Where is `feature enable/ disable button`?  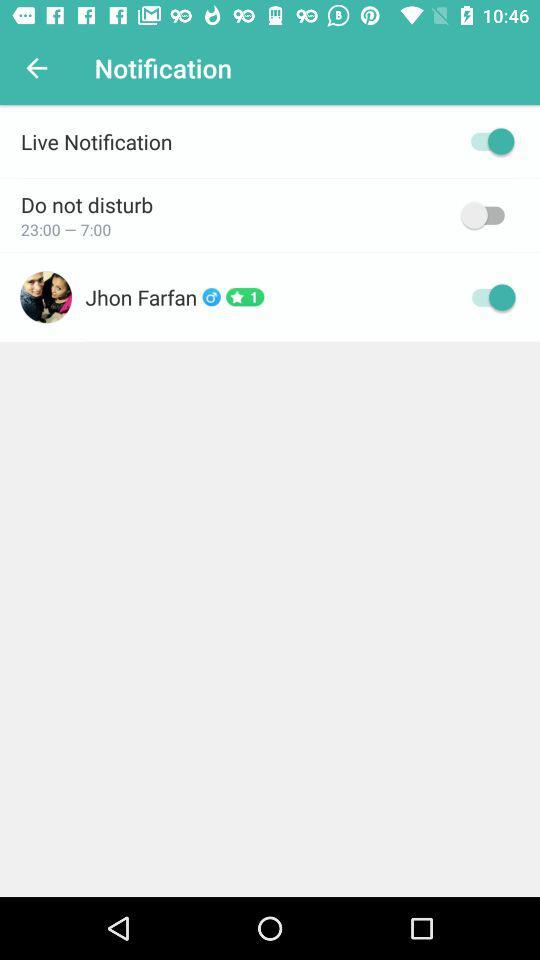
feature enable/ disable button is located at coordinates (486, 215).